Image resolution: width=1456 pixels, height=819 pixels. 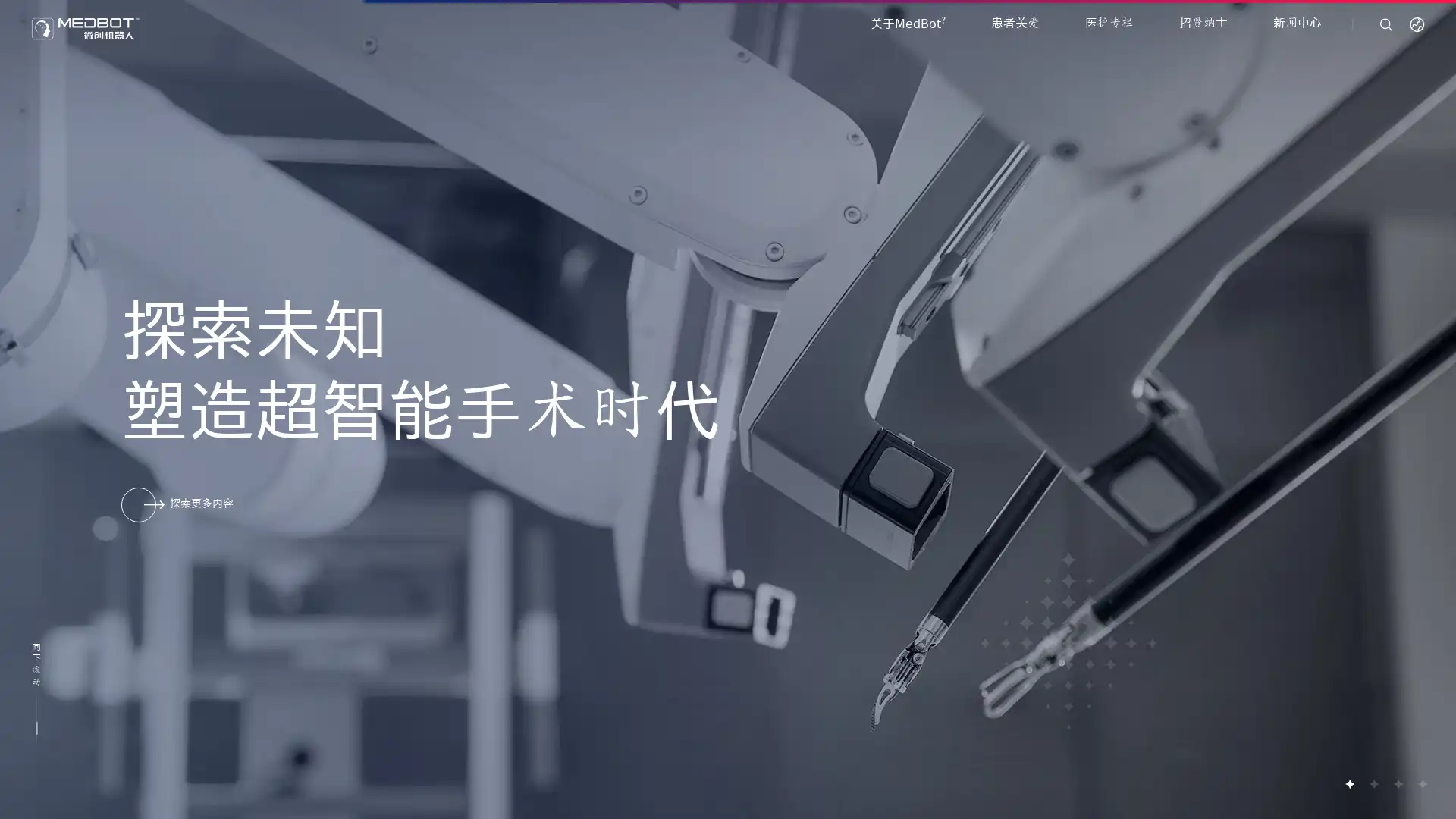 I want to click on Go to slide 3, so click(x=1397, y=783).